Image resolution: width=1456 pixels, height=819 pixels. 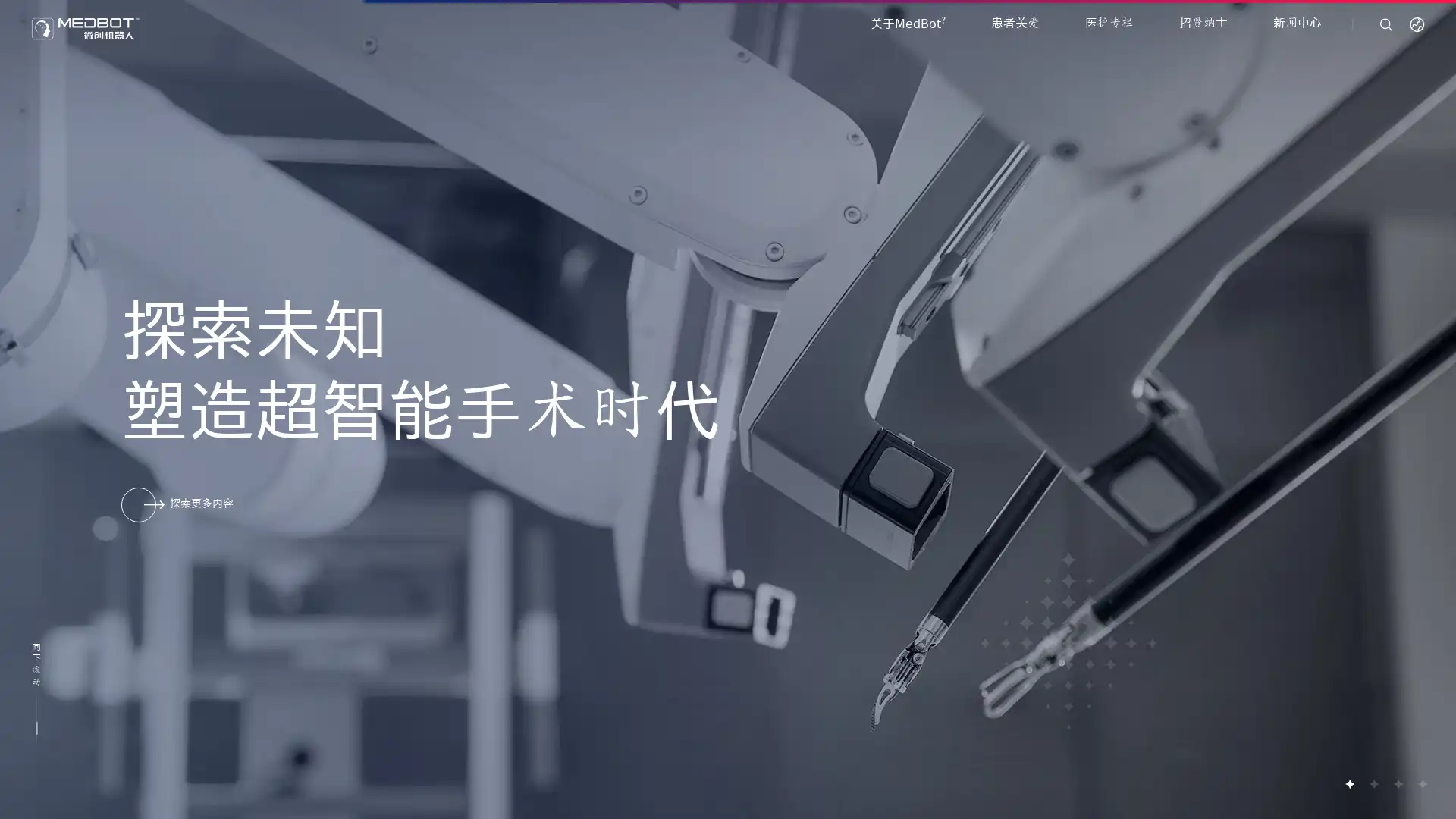 I want to click on Go to slide 3, so click(x=1397, y=783).